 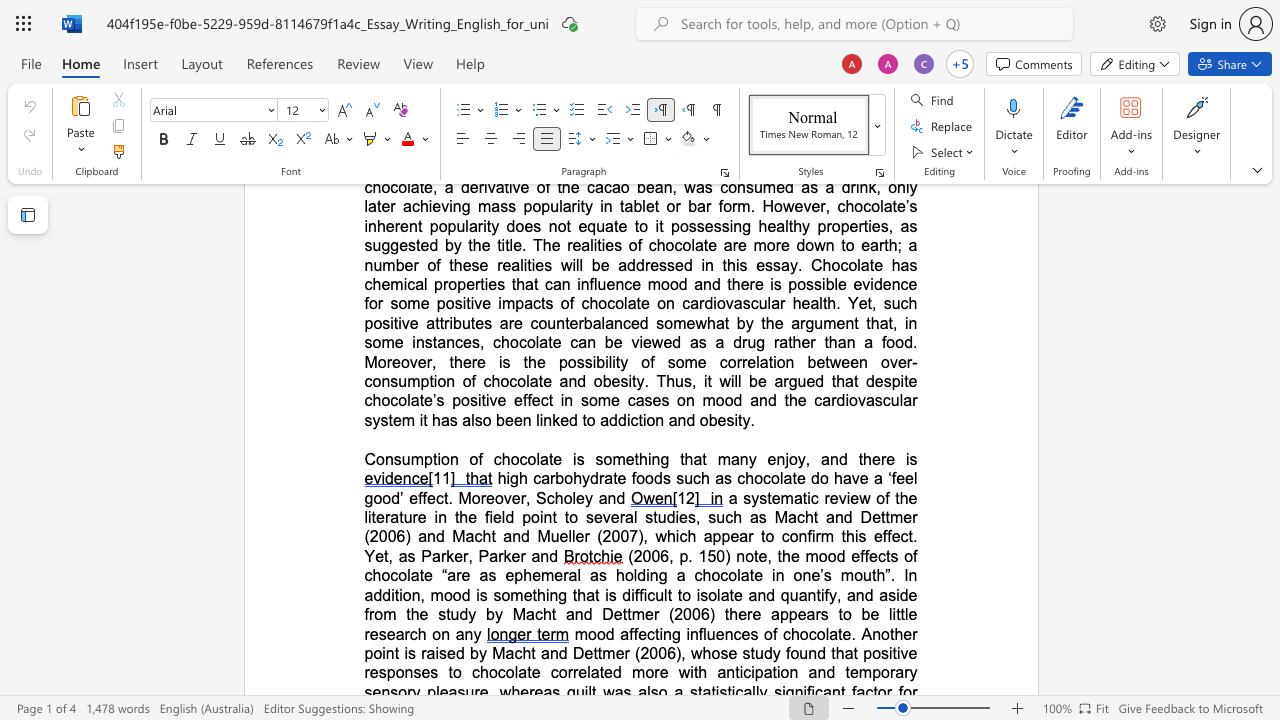 I want to click on the space between the continuous character "d" and "y" in the text, so click(x=467, y=613).